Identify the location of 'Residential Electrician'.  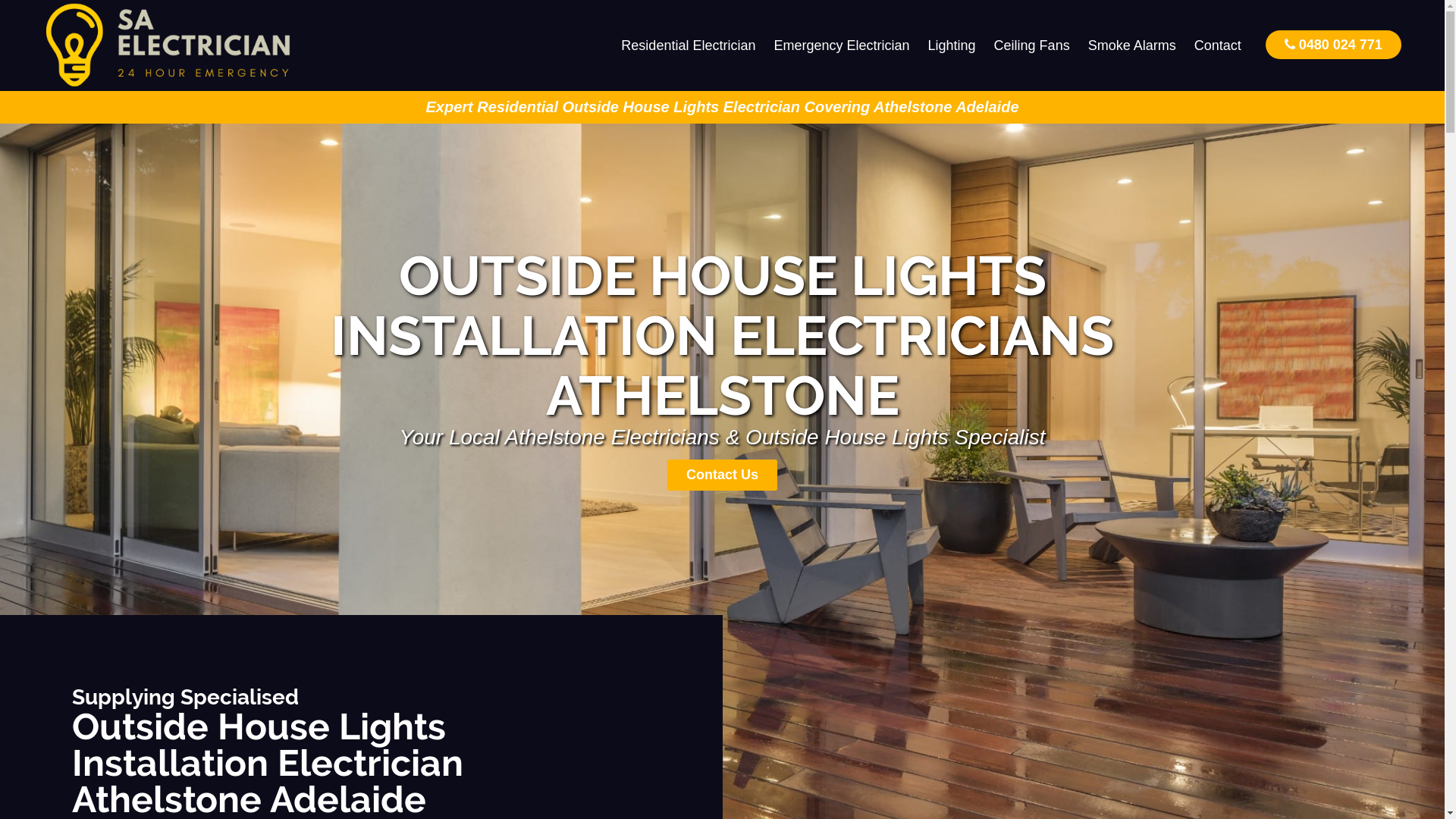
(687, 45).